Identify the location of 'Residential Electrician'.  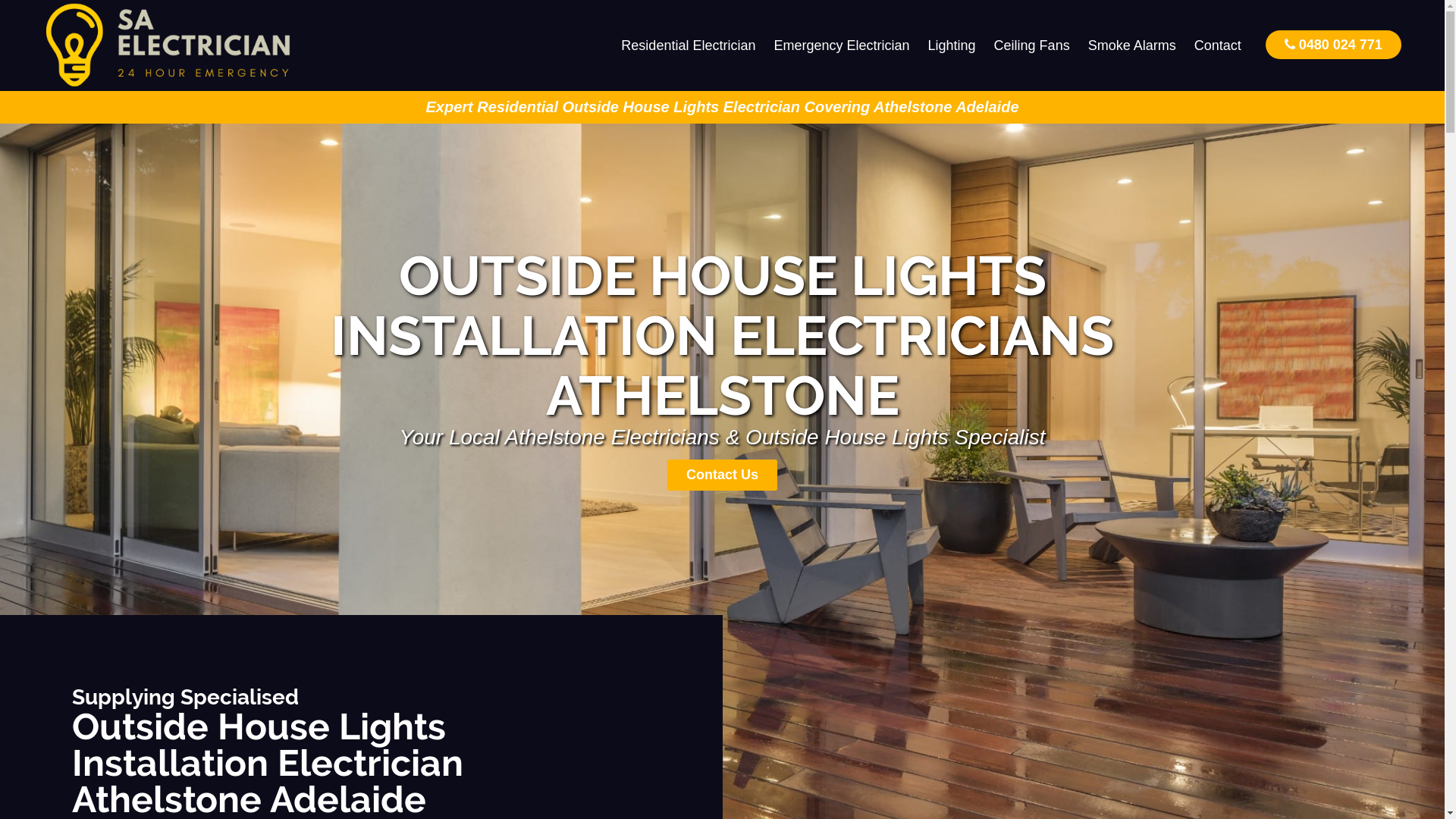
(687, 45).